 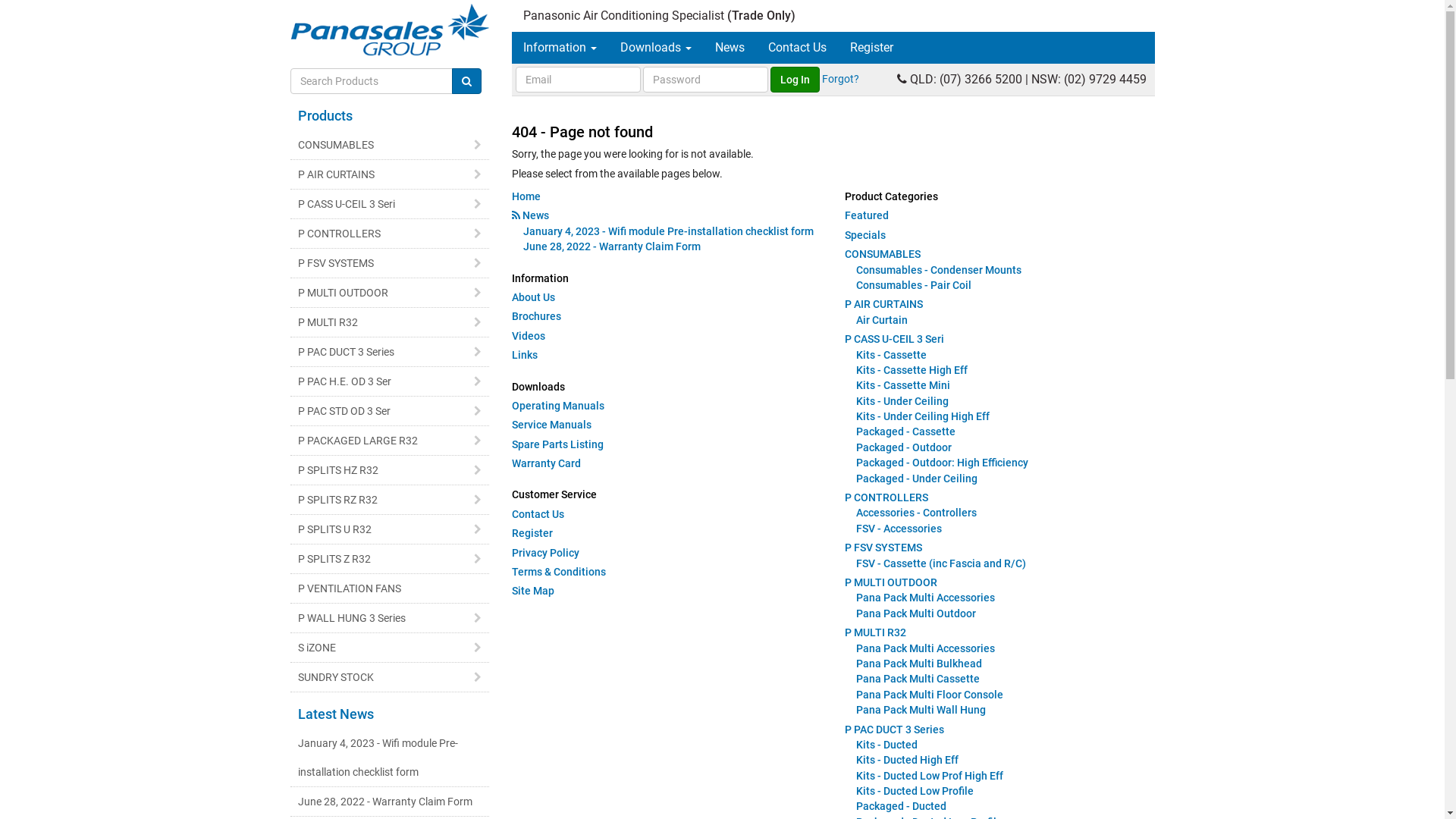 I want to click on 'P SPLITS HZ R32', so click(x=389, y=469).